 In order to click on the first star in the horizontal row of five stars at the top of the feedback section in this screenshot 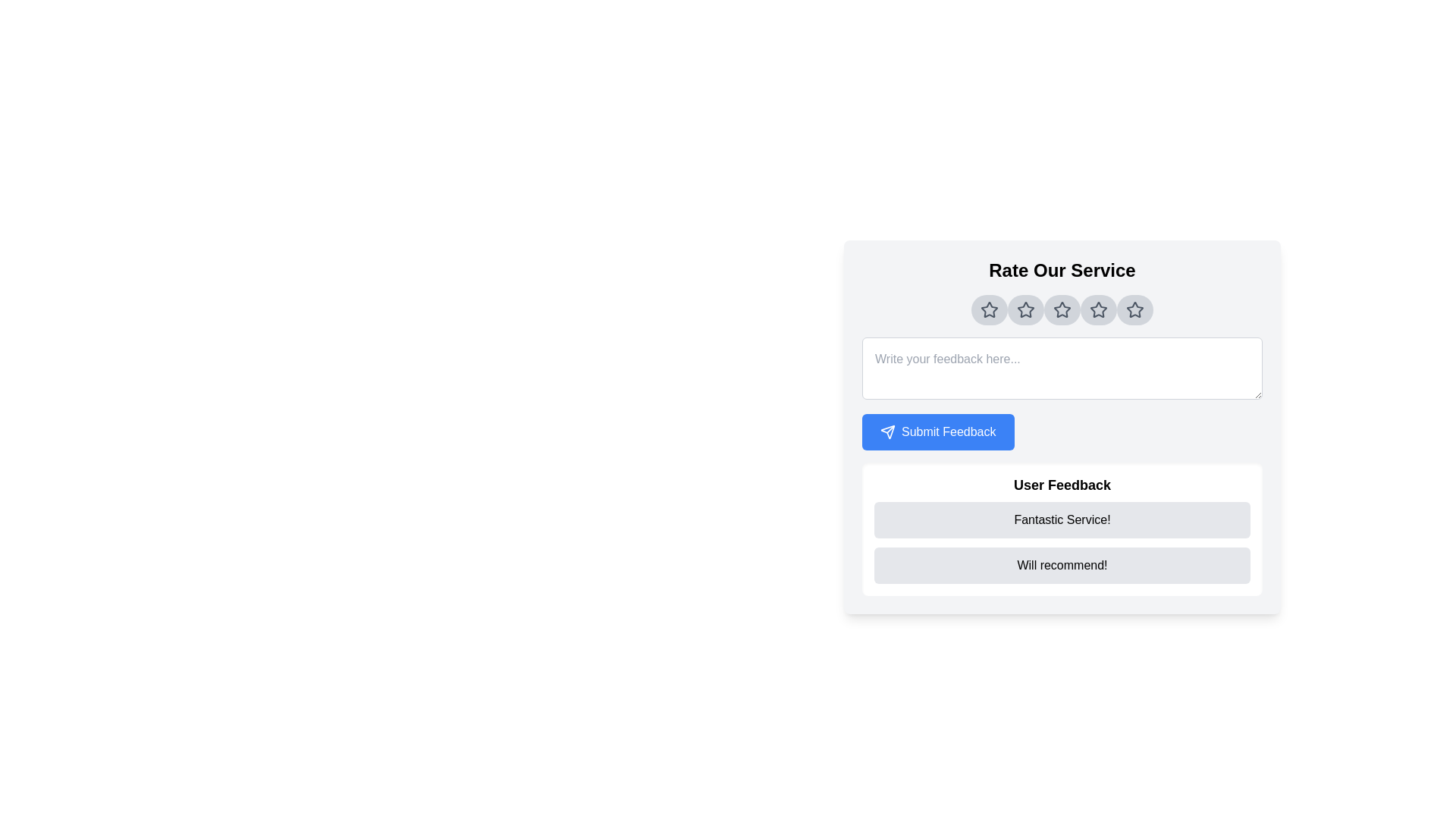, I will do `click(990, 309)`.